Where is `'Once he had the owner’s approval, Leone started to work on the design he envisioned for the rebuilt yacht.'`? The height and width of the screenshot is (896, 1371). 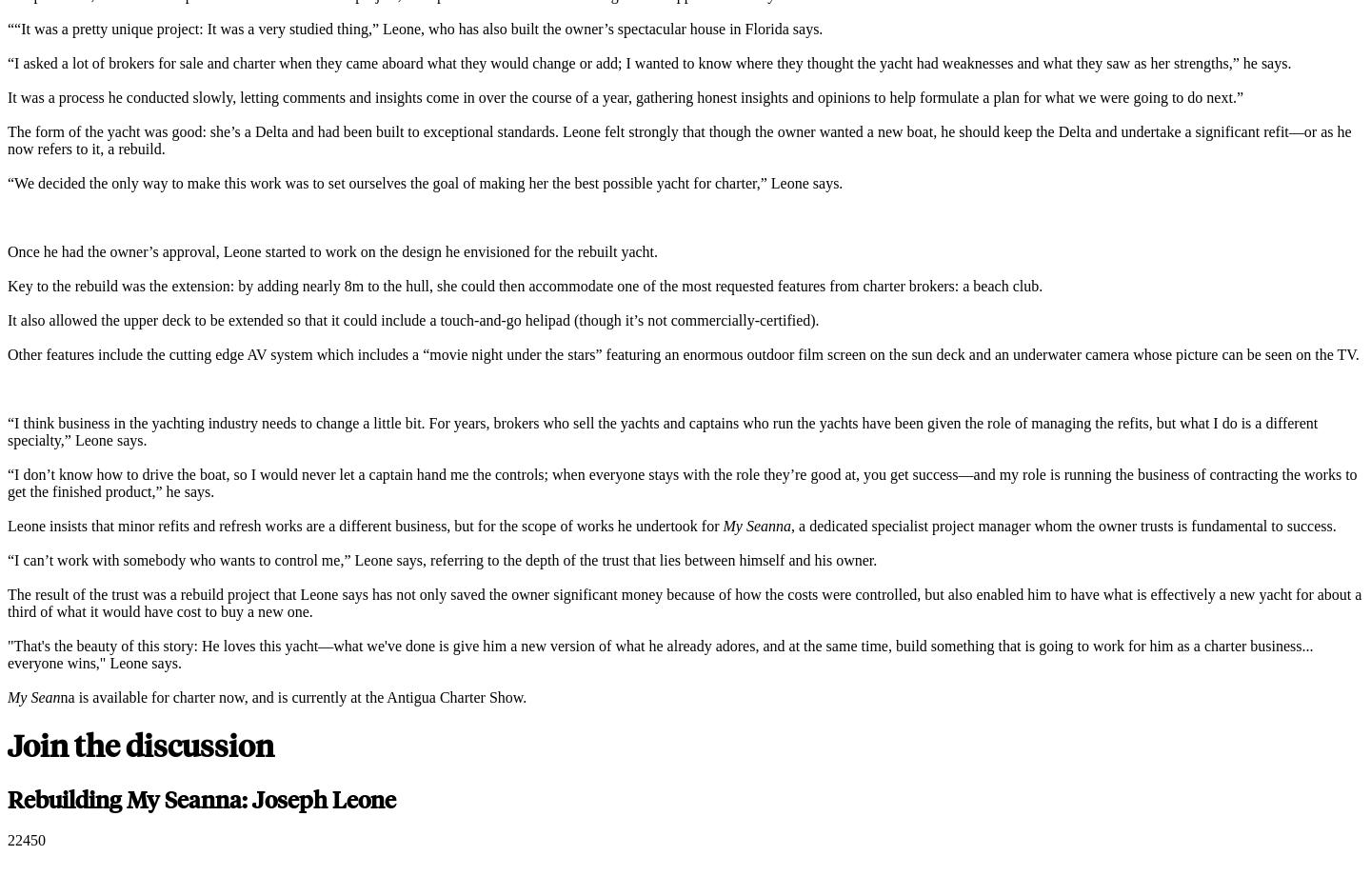
'Once he had the owner’s approval, Leone started to work on the design he envisioned for the rebuilt yacht.' is located at coordinates (334, 250).